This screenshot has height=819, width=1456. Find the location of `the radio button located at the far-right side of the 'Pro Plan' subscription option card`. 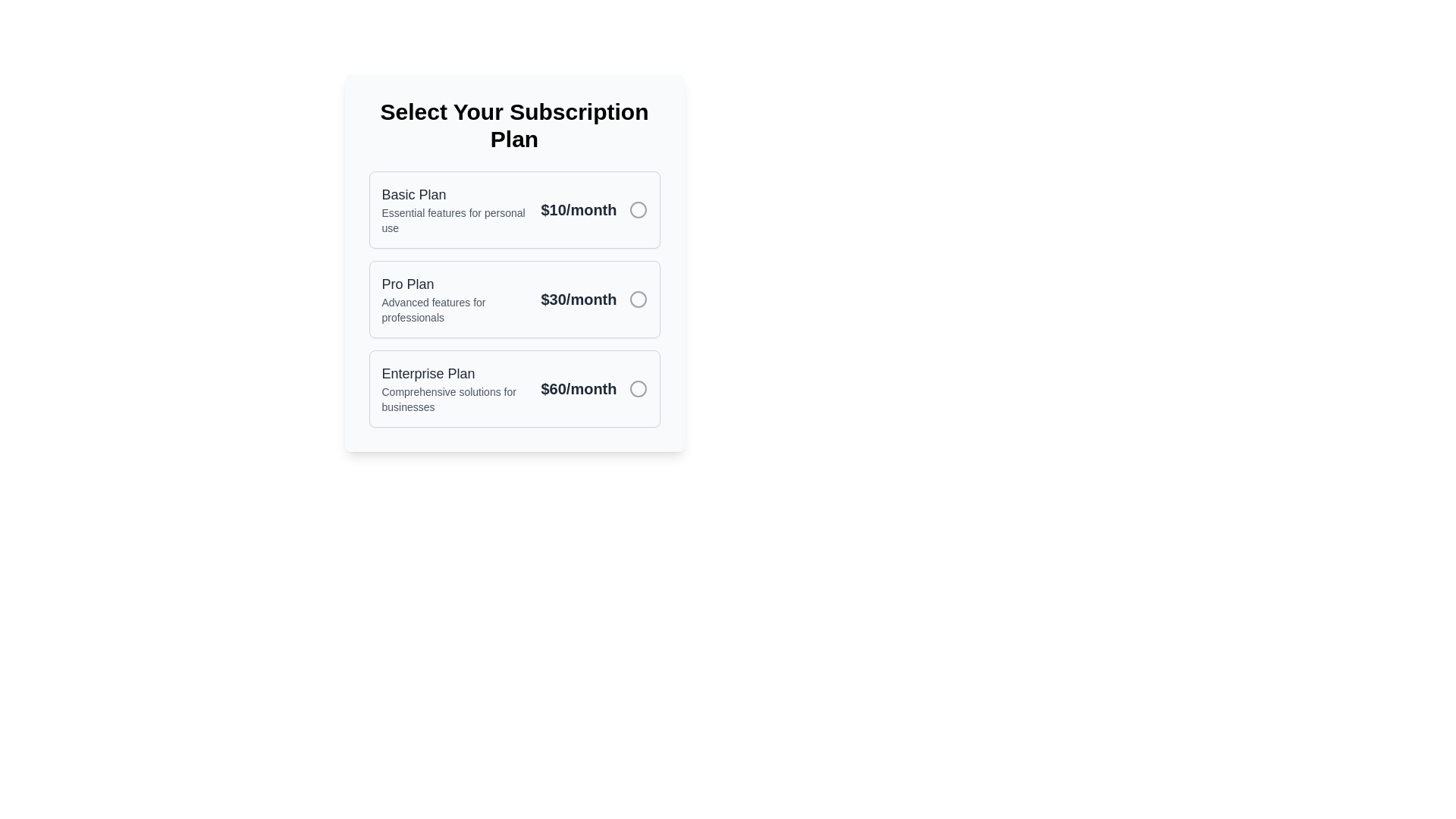

the radio button located at the far-right side of the 'Pro Plan' subscription option card is located at coordinates (638, 299).